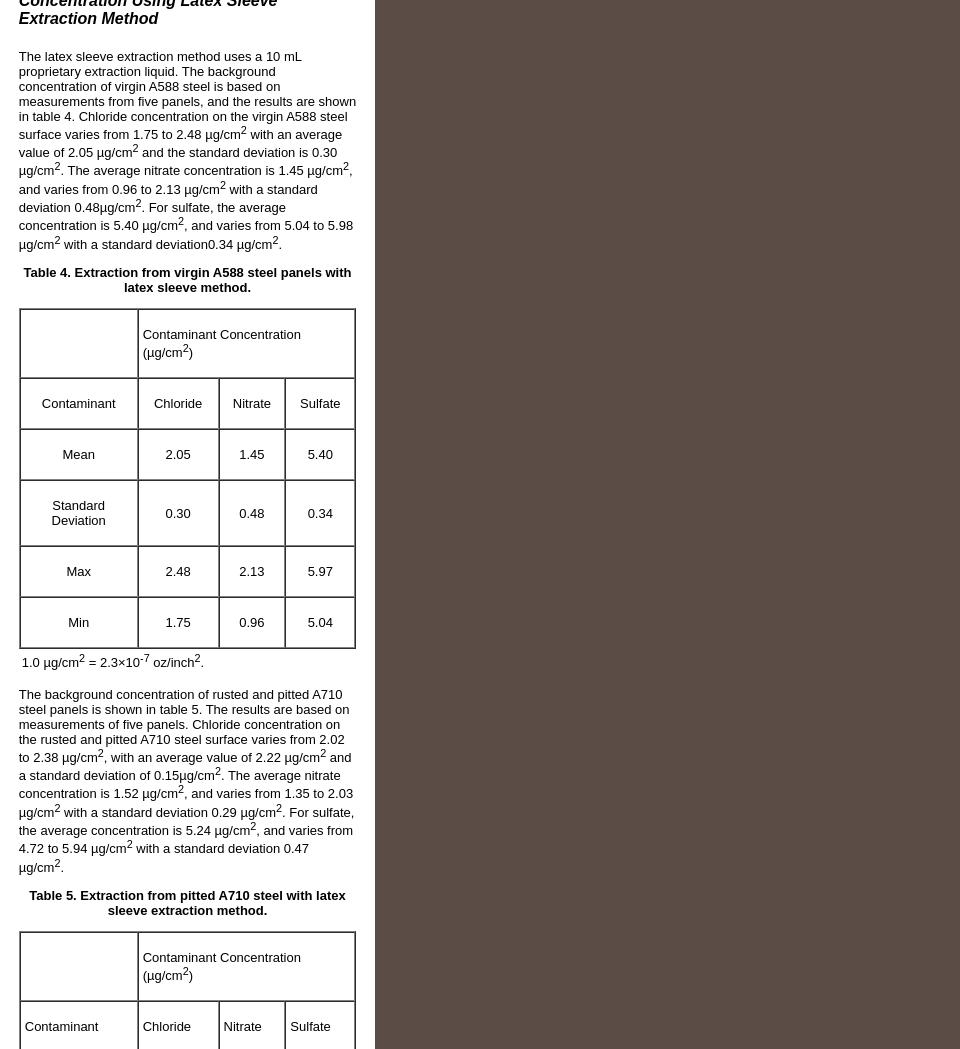  I want to click on 'with a standard deviation 0.29 µg/cm', so click(167, 811).